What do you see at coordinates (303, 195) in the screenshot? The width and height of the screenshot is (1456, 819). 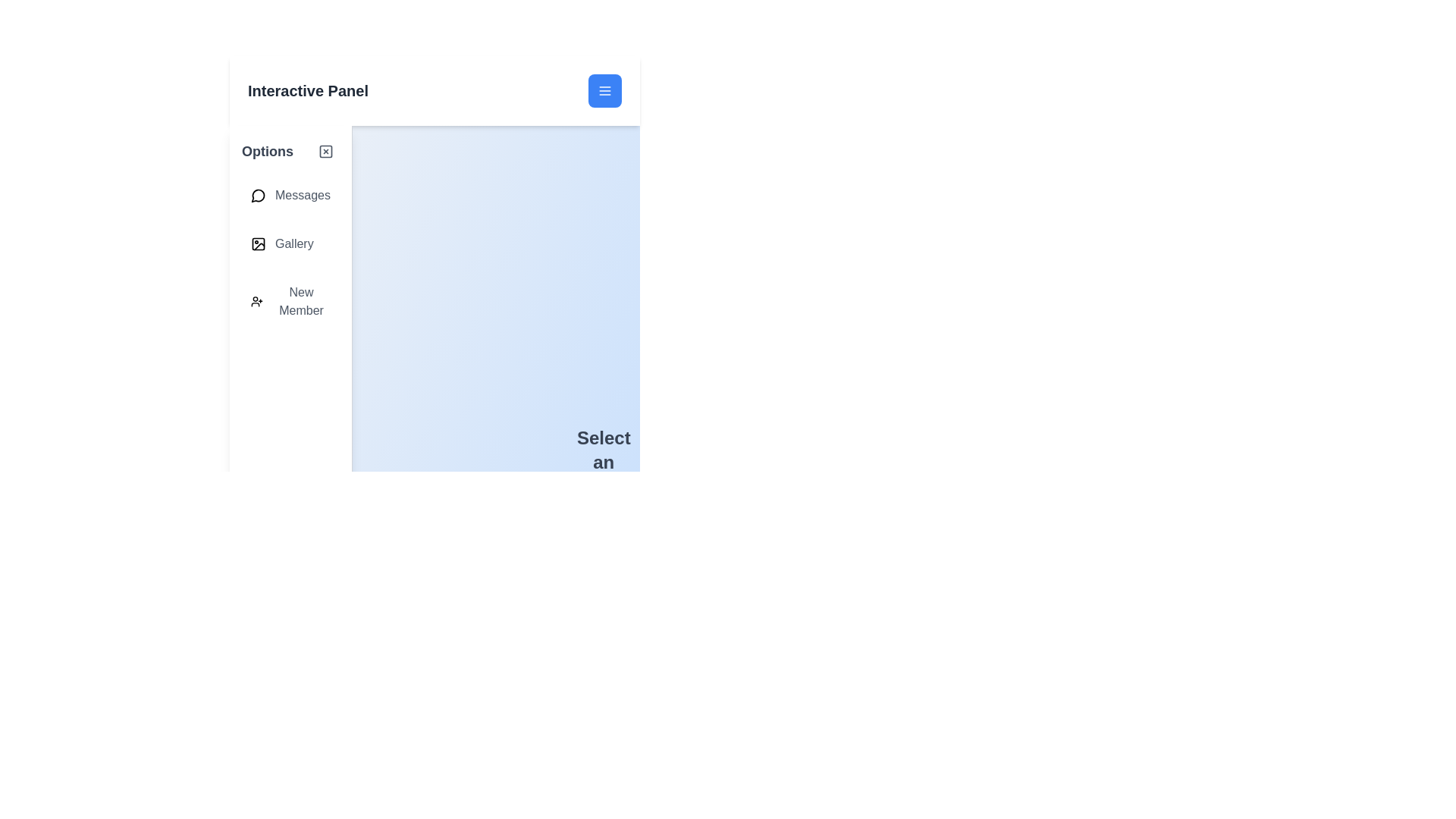 I see `the 'Messages' text label located in the vertical navigation panel, which serves as a label for messaging functionalities` at bounding box center [303, 195].